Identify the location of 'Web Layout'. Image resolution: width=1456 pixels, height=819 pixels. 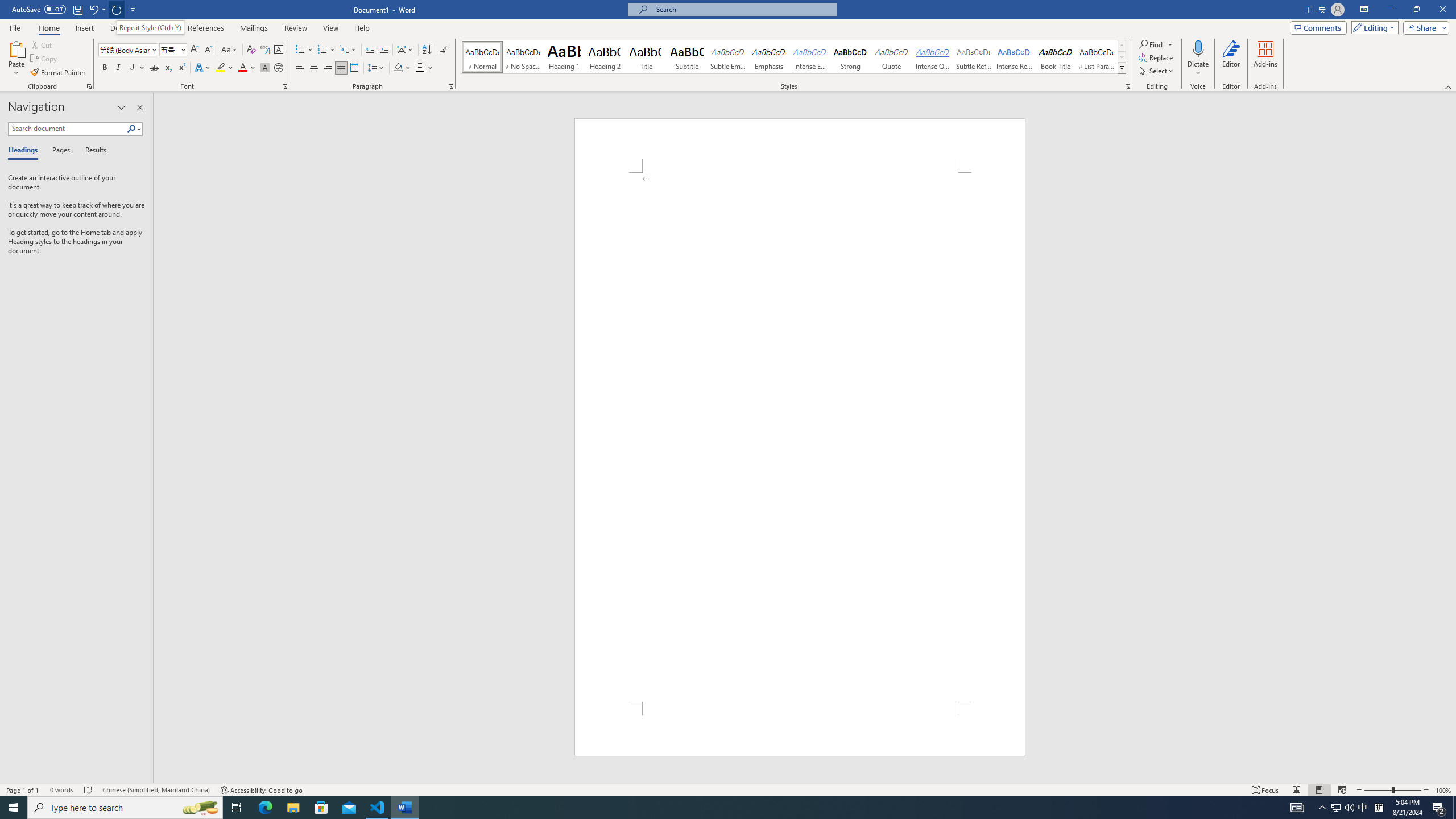
(1342, 790).